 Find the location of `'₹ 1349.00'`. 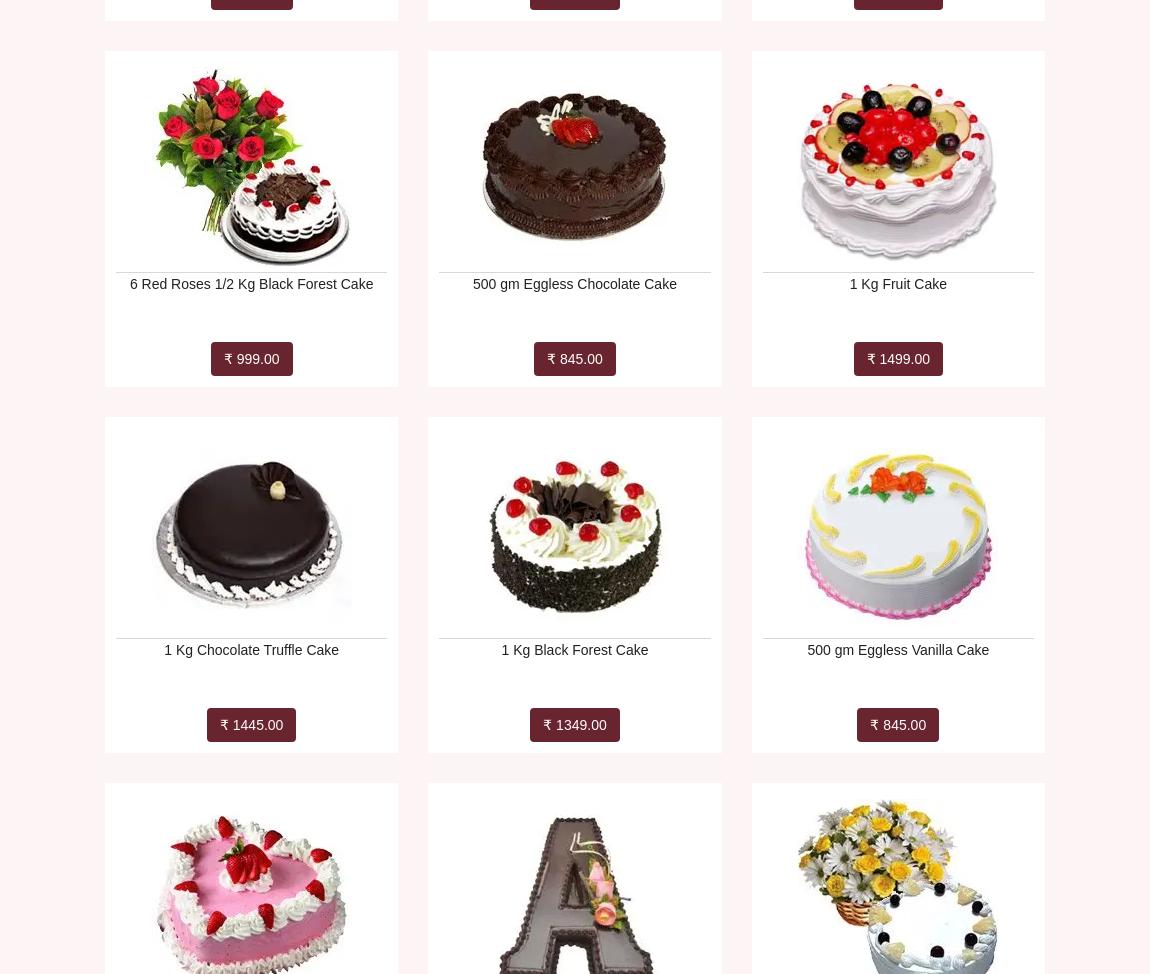

'₹ 1349.00' is located at coordinates (574, 725).